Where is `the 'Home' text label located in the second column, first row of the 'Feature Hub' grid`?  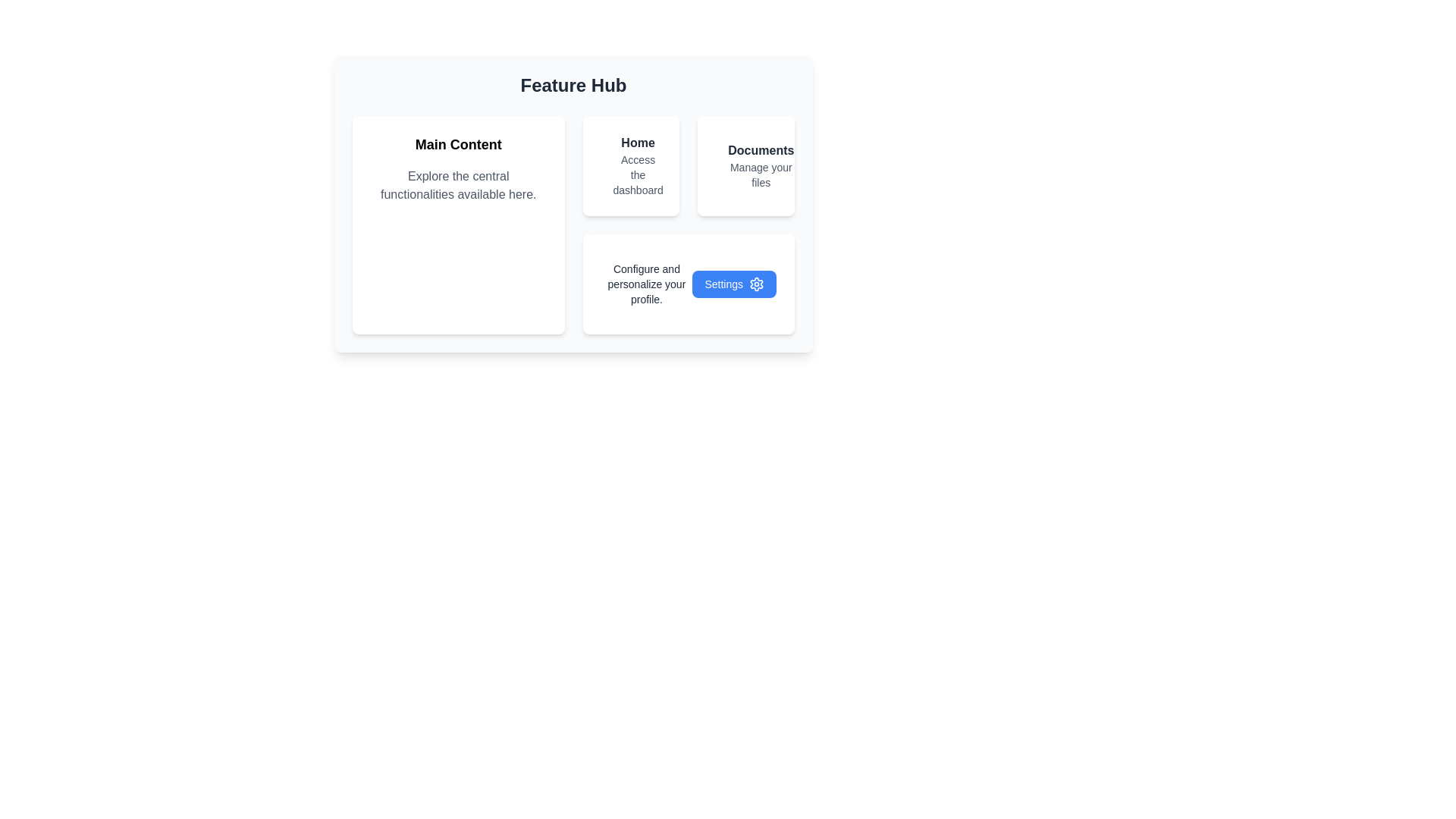 the 'Home' text label located in the second column, first row of the 'Feature Hub' grid is located at coordinates (638, 166).